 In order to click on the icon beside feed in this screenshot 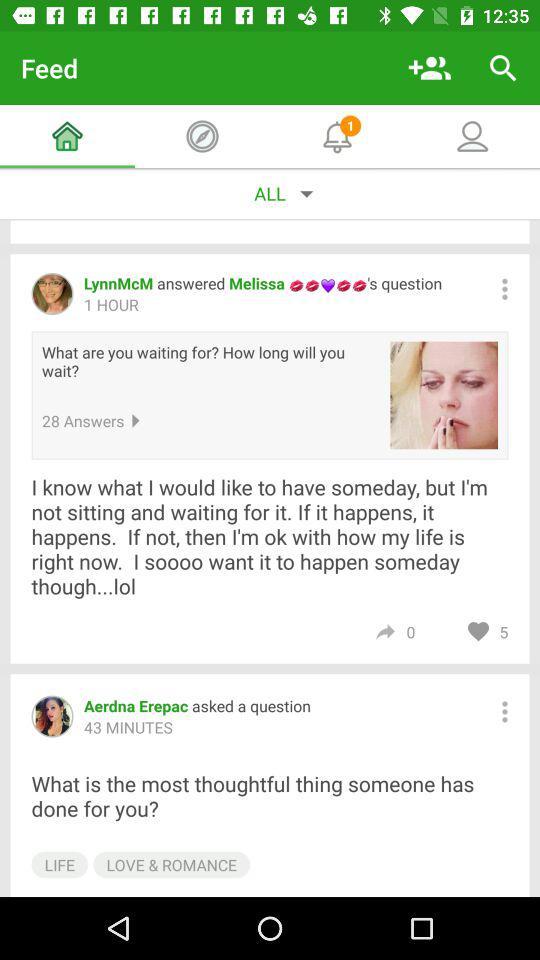, I will do `click(429, 68)`.